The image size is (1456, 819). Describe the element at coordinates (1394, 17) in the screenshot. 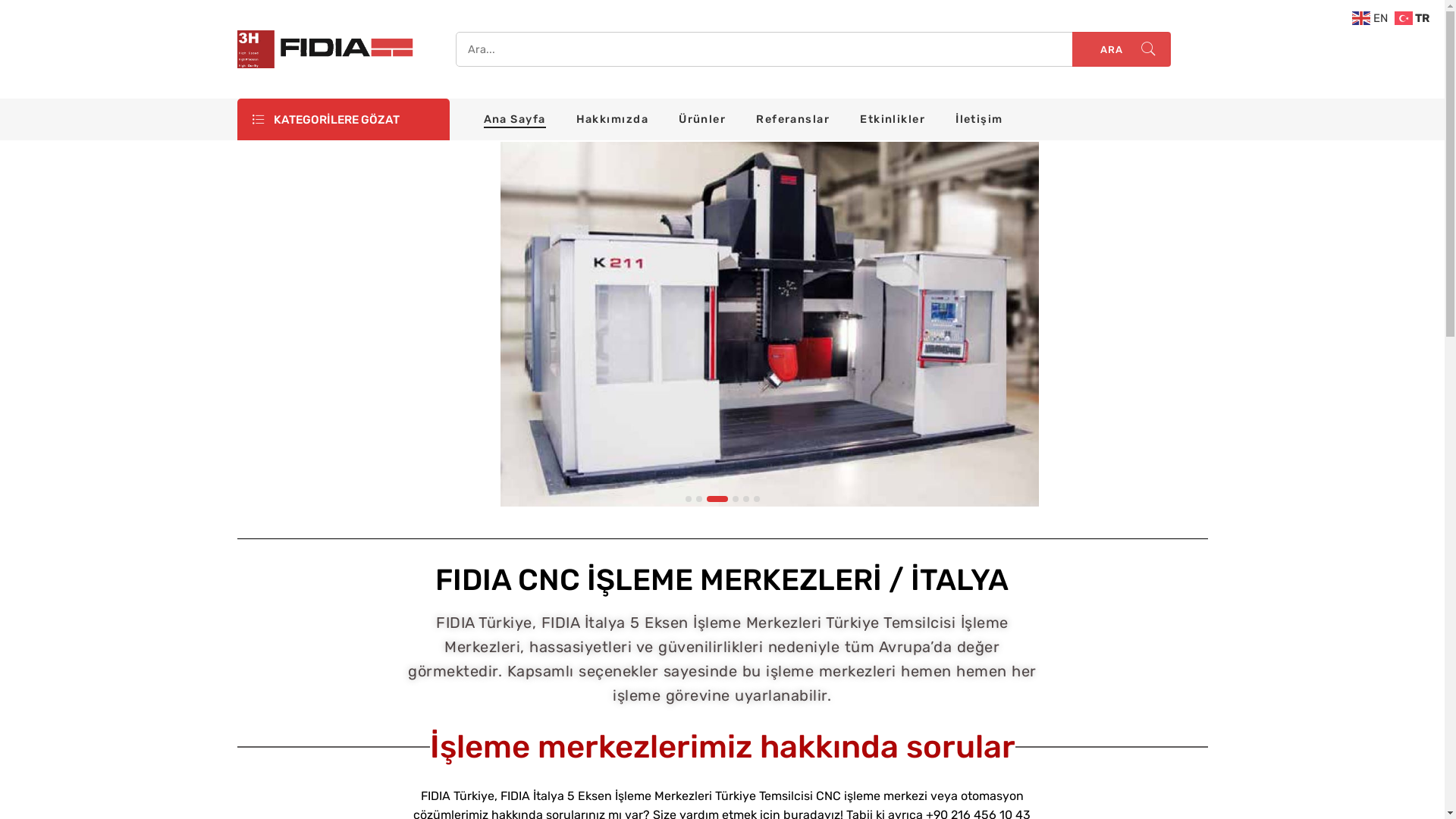

I see `'TR'` at that location.